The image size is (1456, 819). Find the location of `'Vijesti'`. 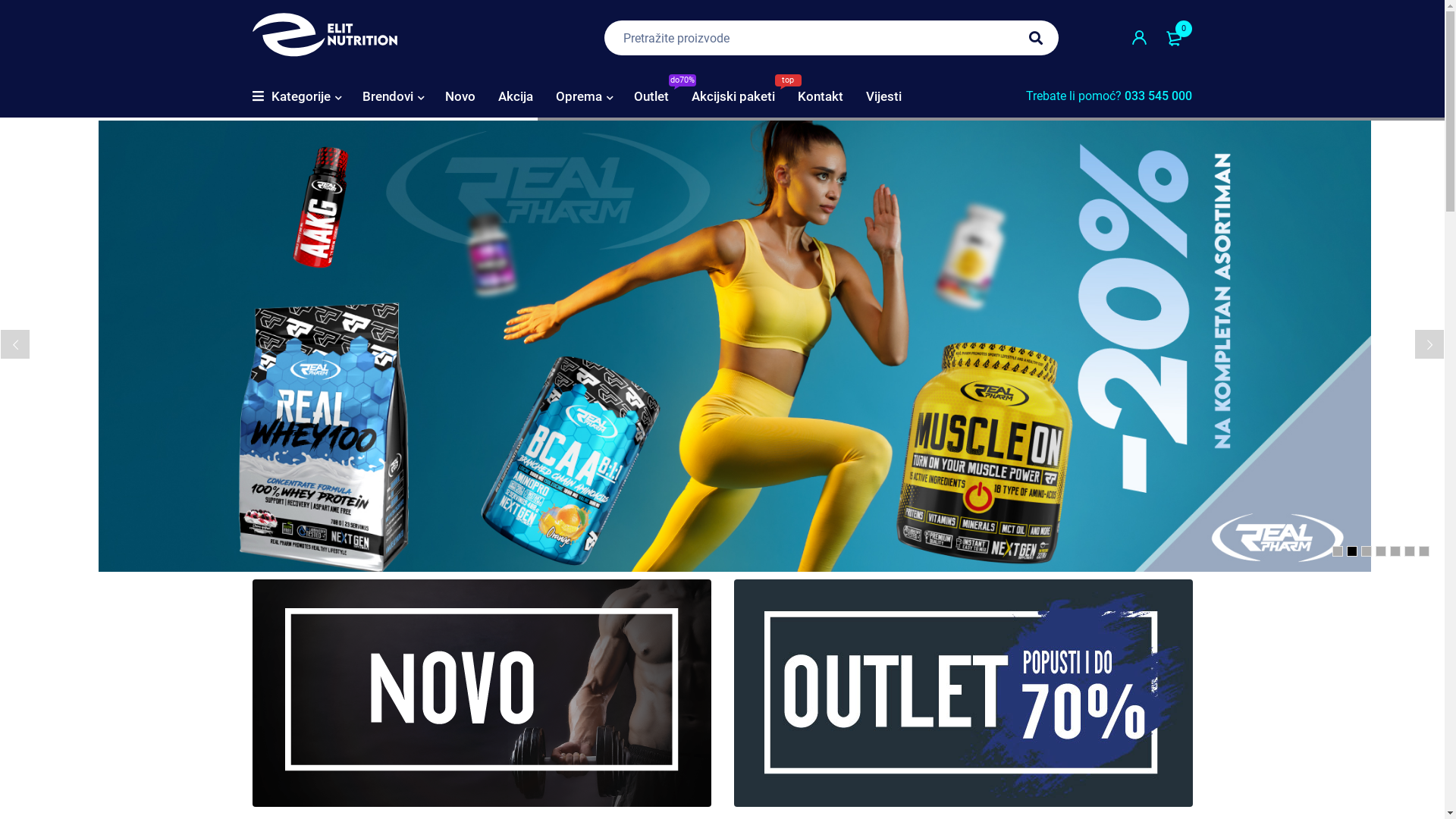

'Vijesti' is located at coordinates (866, 96).